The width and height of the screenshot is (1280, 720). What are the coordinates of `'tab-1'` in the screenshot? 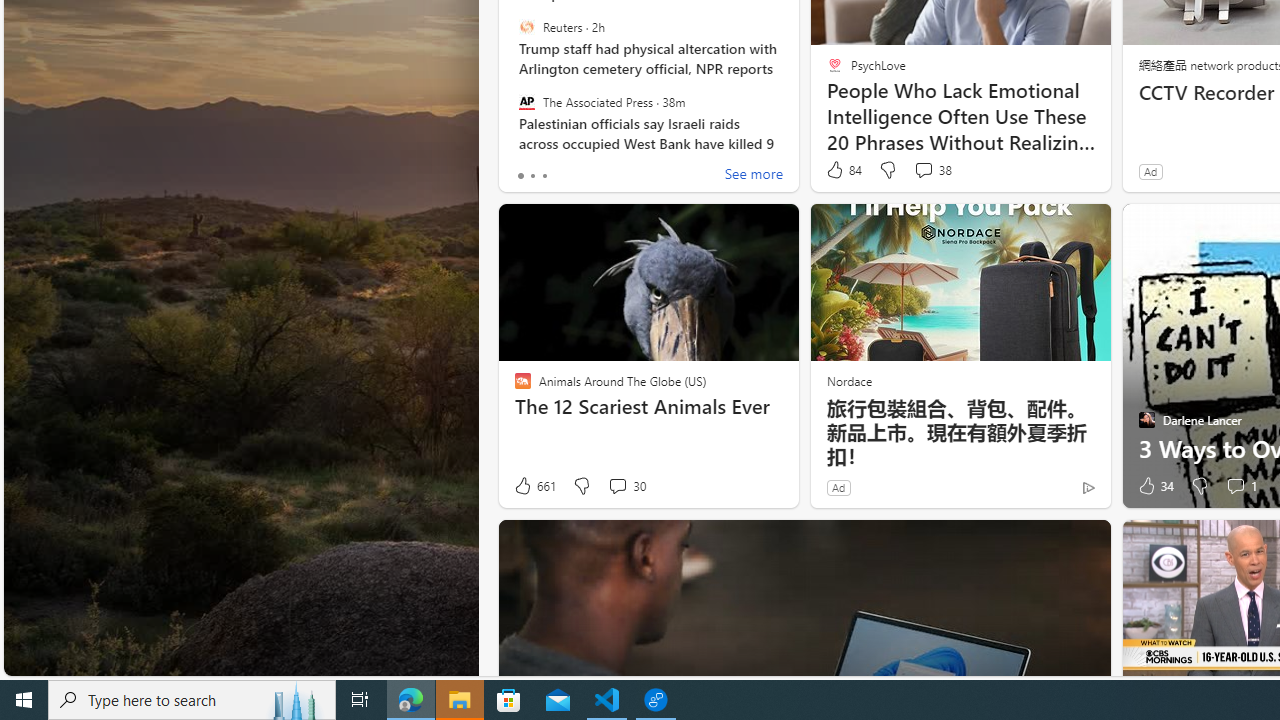 It's located at (532, 175).